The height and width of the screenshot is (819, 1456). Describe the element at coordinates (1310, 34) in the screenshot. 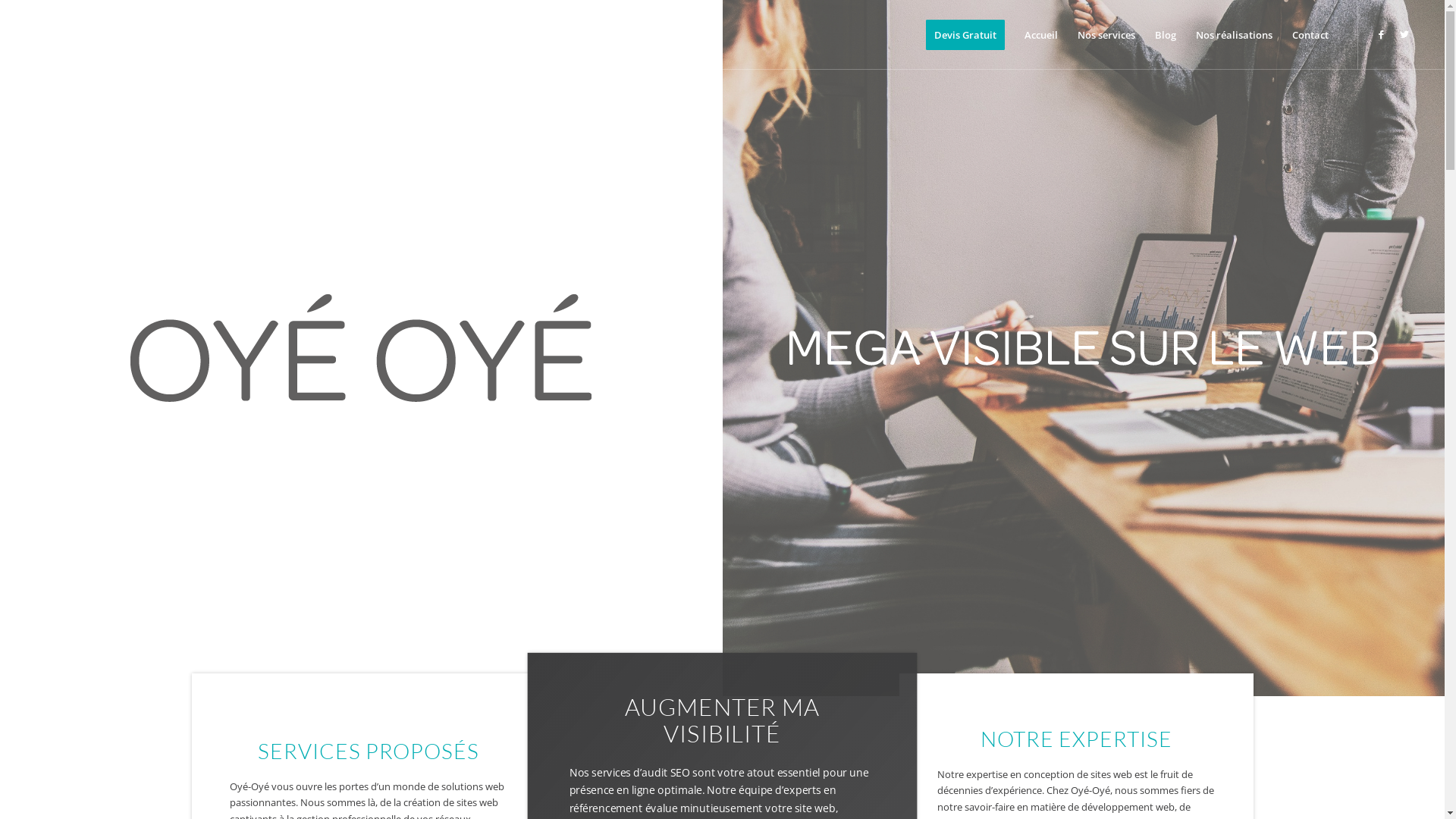

I see `'Contact'` at that location.